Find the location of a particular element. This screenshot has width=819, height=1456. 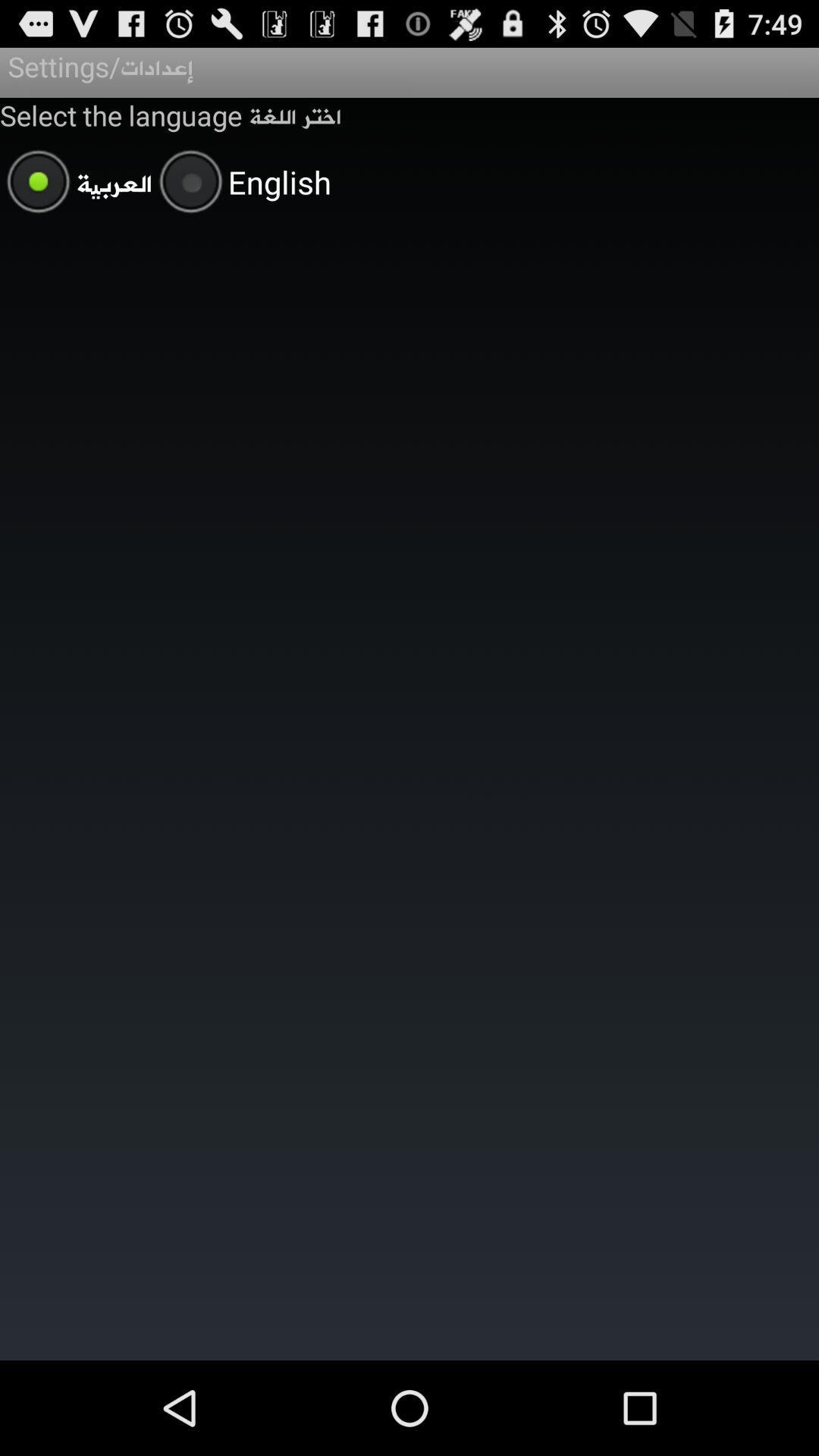

radio button next to the english is located at coordinates (76, 184).